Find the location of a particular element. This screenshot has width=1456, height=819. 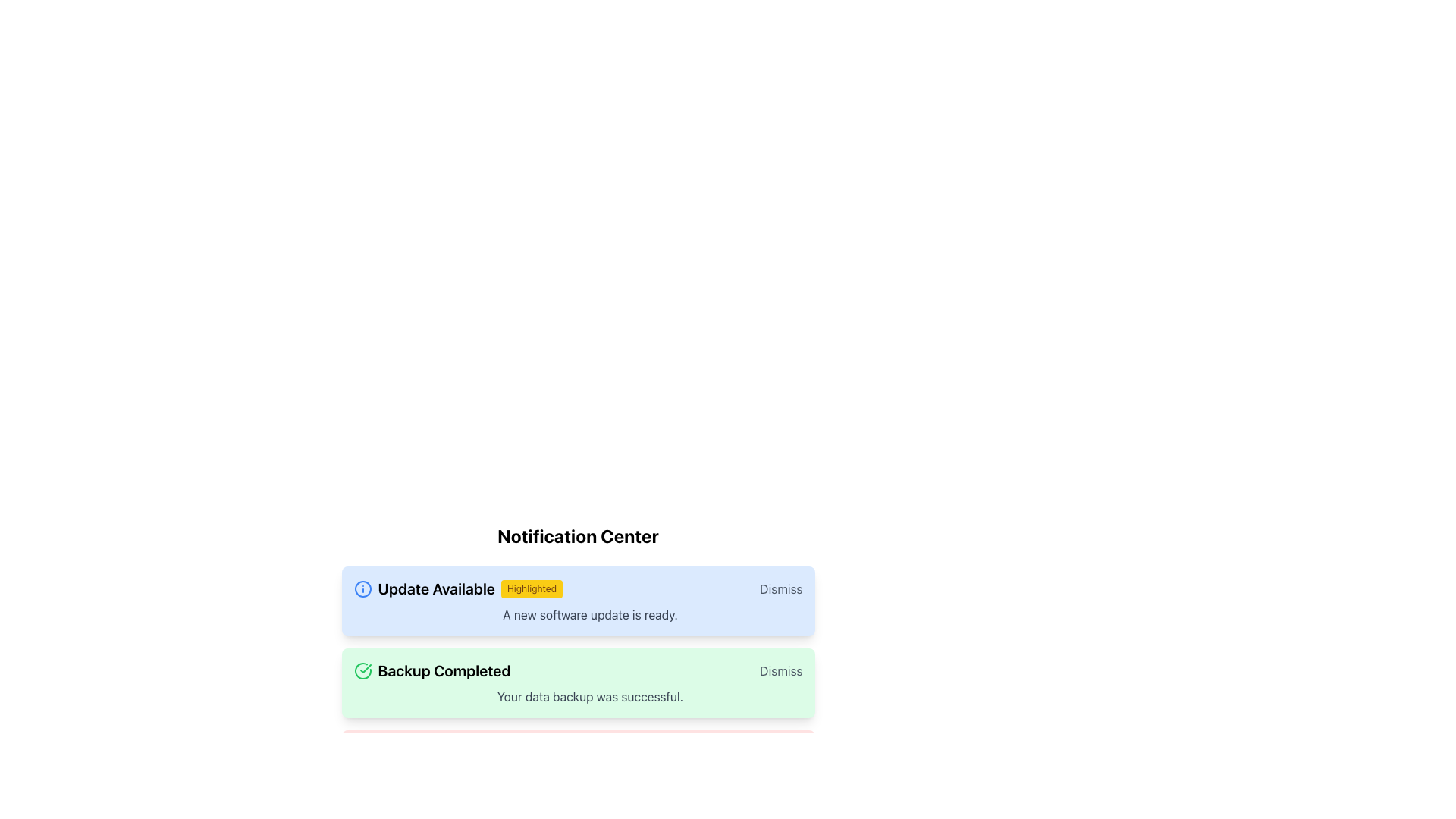

the circular informational icon with a blue outline, located to the left of the 'Update Available' text in the notification bar is located at coordinates (362, 588).